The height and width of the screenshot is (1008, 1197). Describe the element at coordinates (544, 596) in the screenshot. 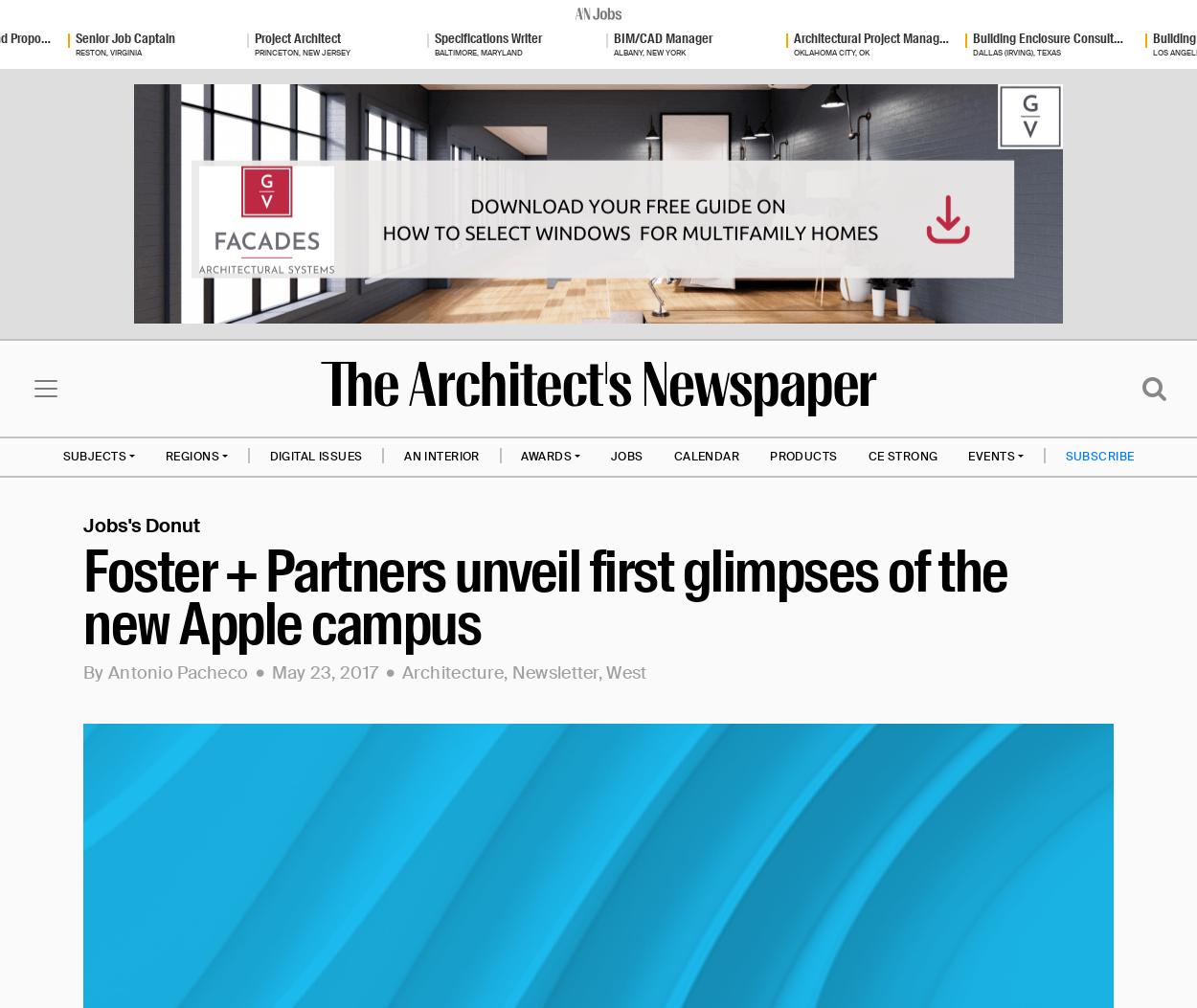

I see `'Foster + Partners unveil first glimpses of the new Apple campus'` at that location.